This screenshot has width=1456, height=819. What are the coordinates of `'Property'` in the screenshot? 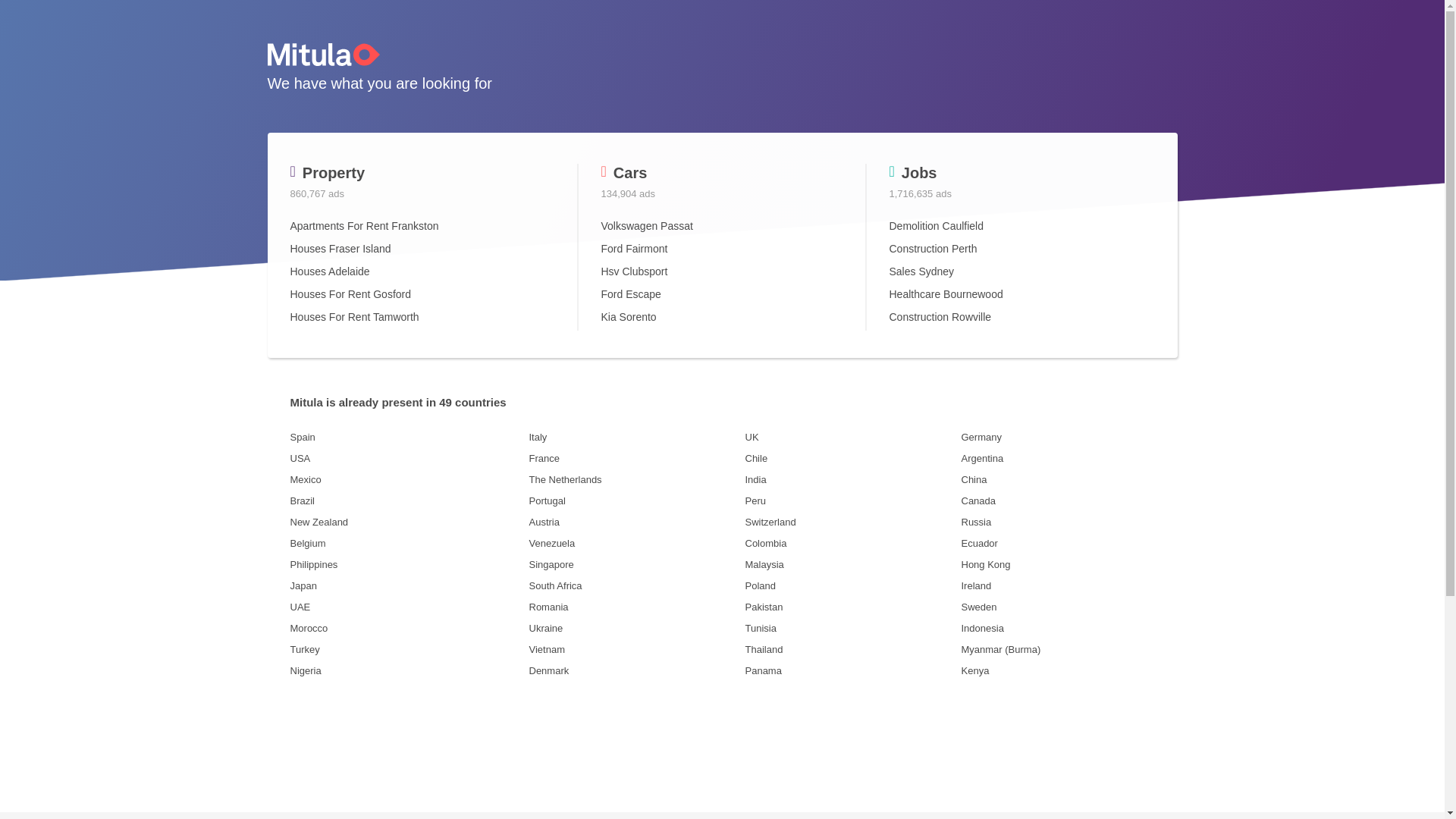 It's located at (326, 172).